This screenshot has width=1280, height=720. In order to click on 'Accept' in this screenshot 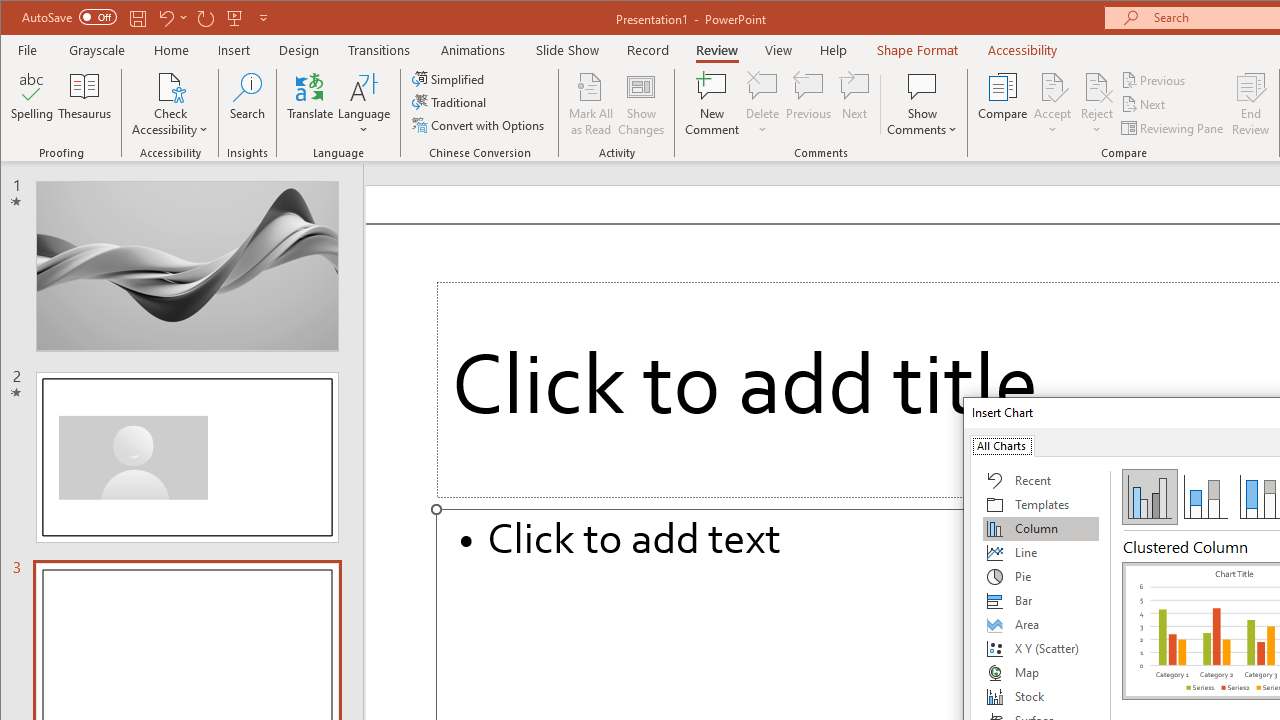, I will do `click(1051, 104)`.